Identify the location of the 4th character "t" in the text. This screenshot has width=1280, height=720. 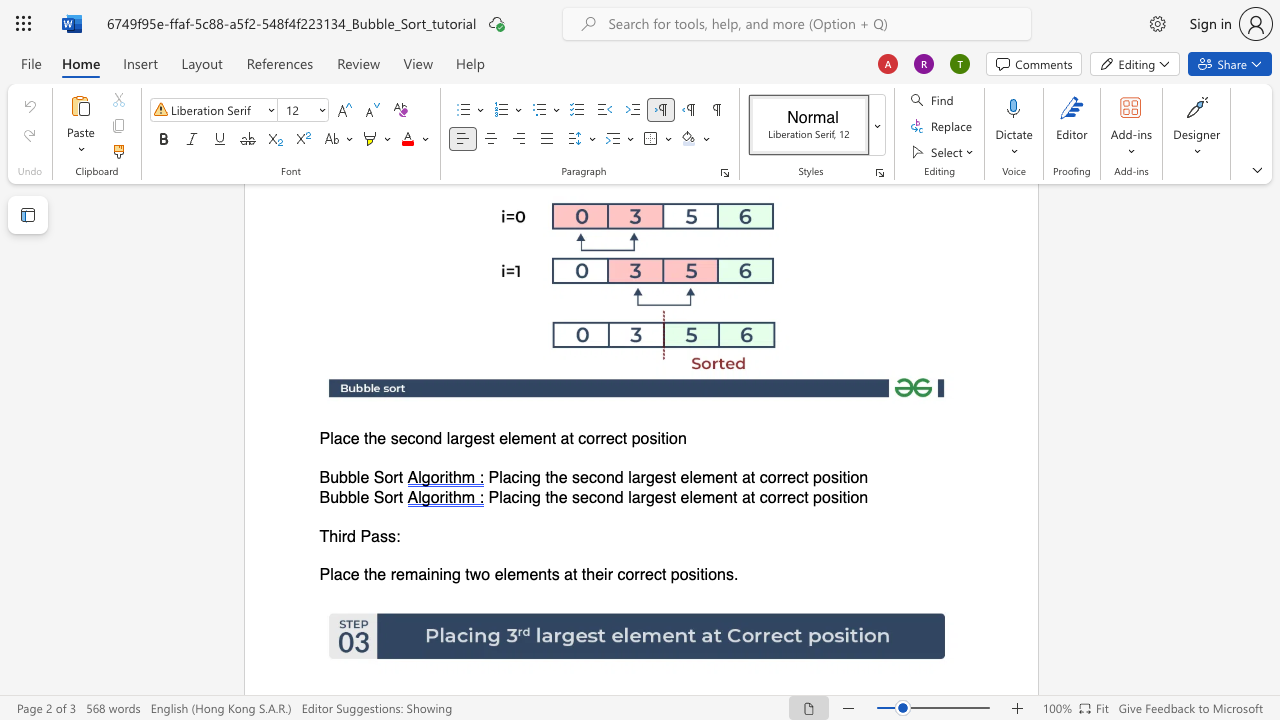
(574, 575).